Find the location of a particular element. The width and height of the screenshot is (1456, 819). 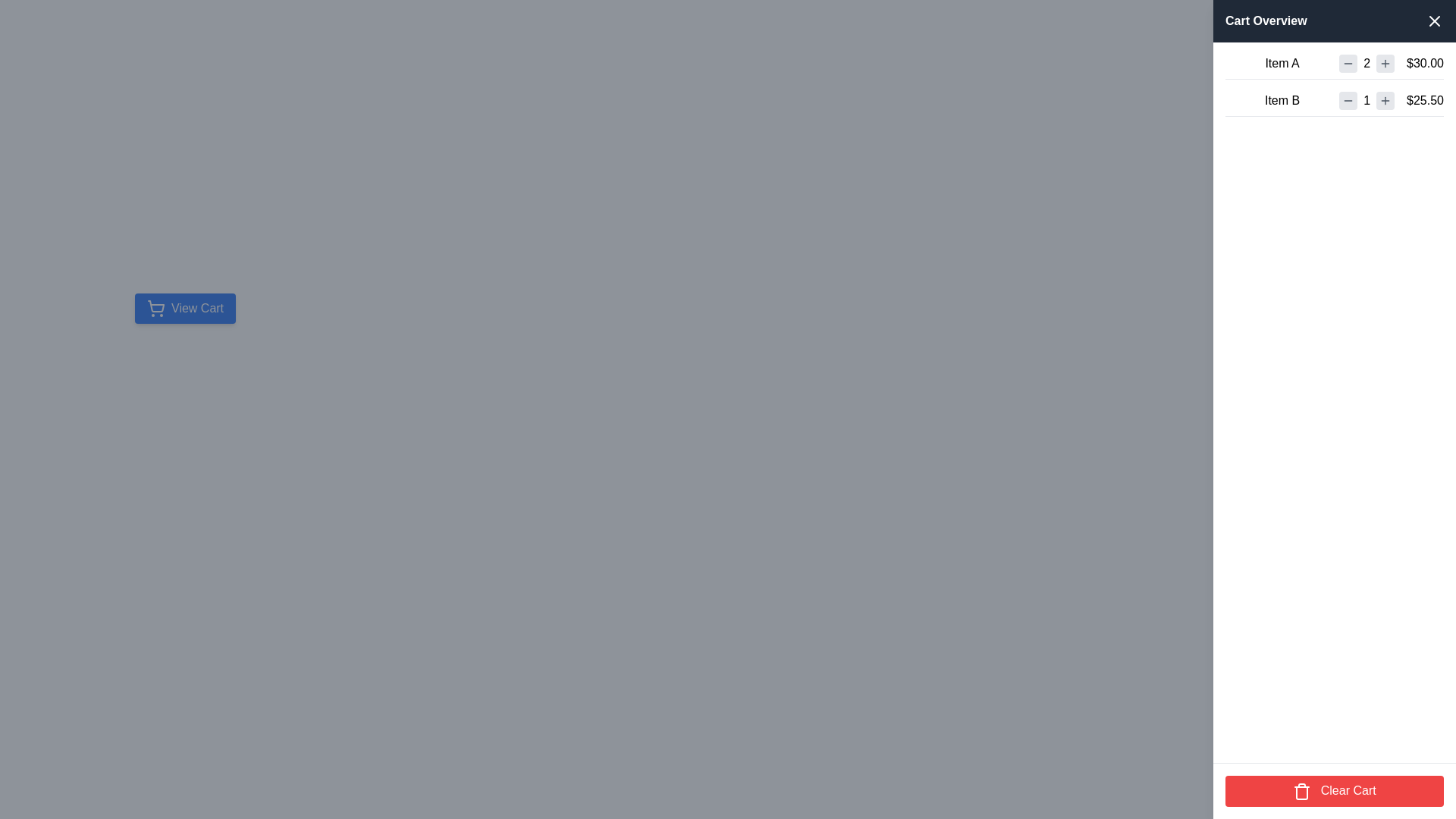

on the static text that displays the quantity of 'Item A' in the cart is located at coordinates (1367, 63).